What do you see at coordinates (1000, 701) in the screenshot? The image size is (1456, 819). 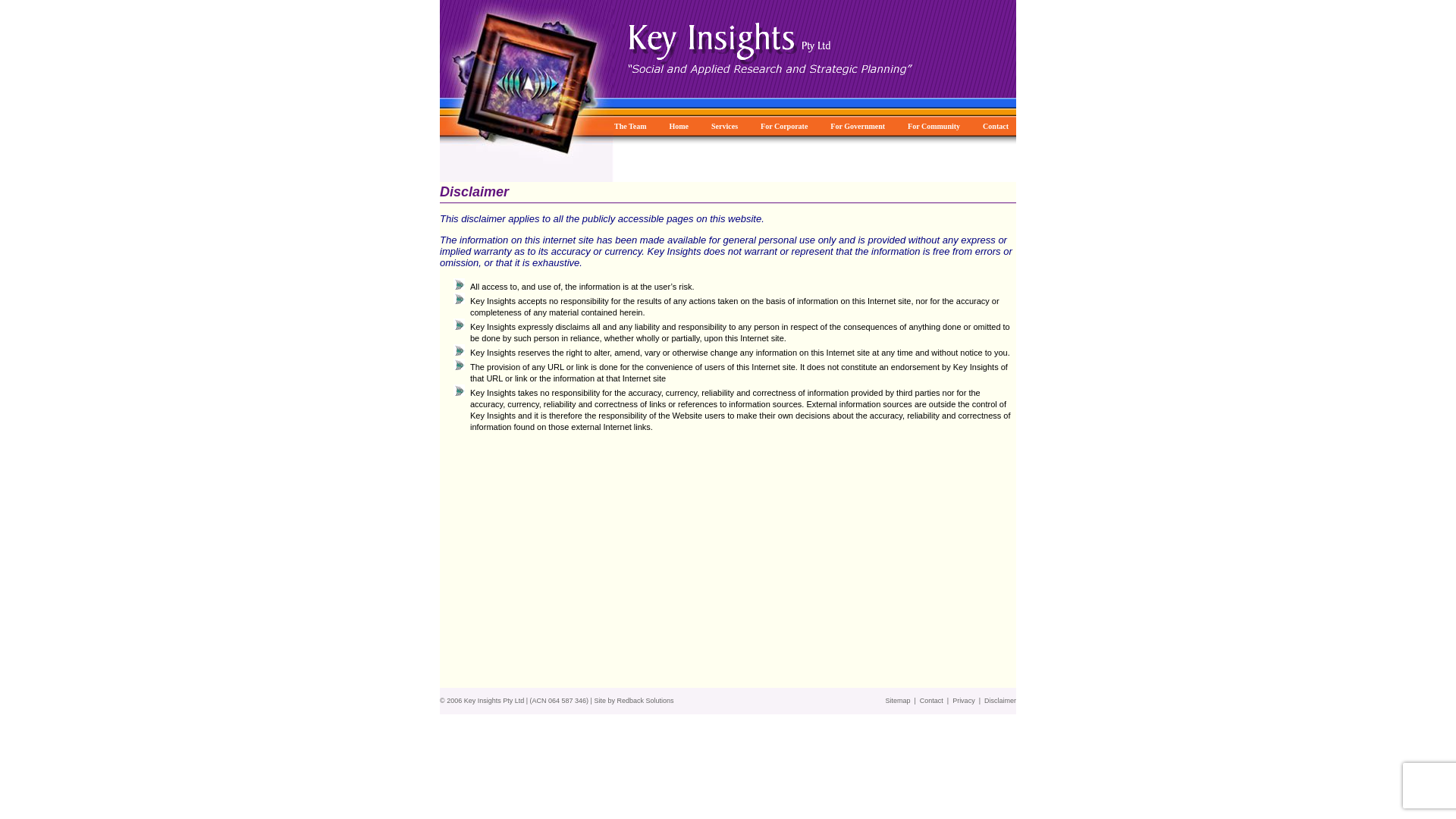 I see `'Disclaimer'` at bounding box center [1000, 701].